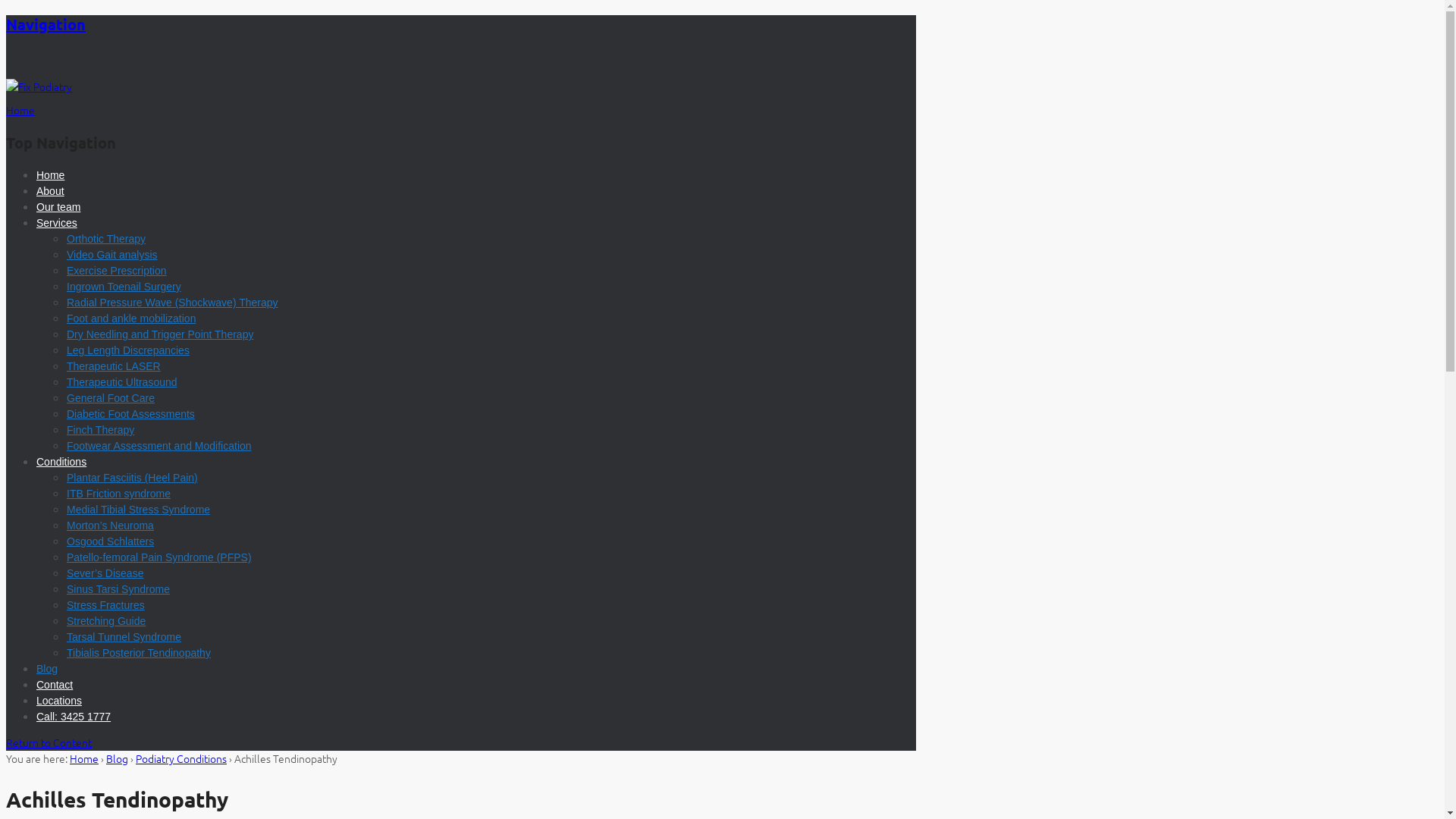  What do you see at coordinates (118, 588) in the screenshot?
I see `'Sinus Tarsi Syndrome'` at bounding box center [118, 588].